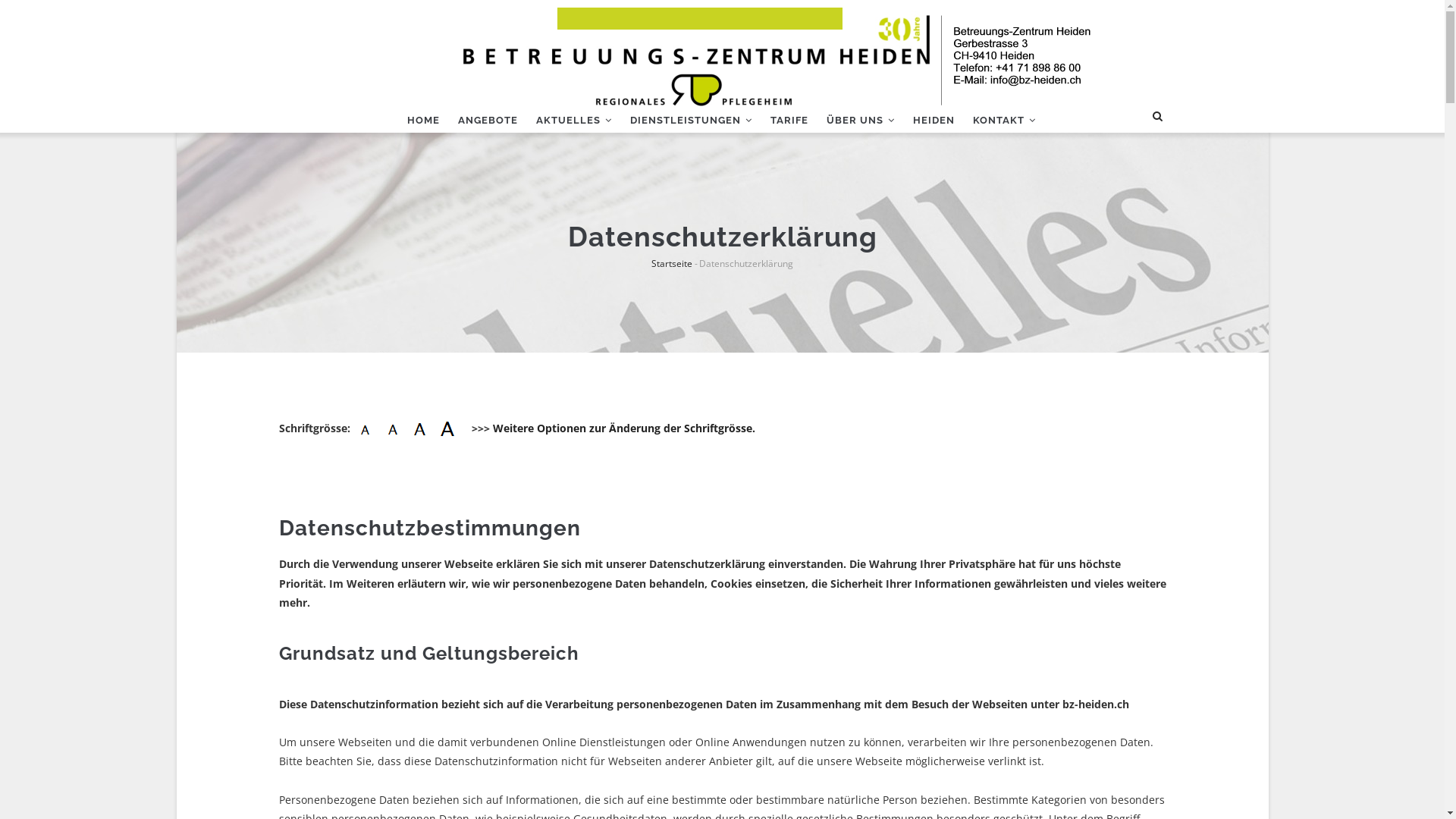 This screenshot has width=1456, height=819. Describe the element at coordinates (422, 119) in the screenshot. I see `'HOME'` at that location.